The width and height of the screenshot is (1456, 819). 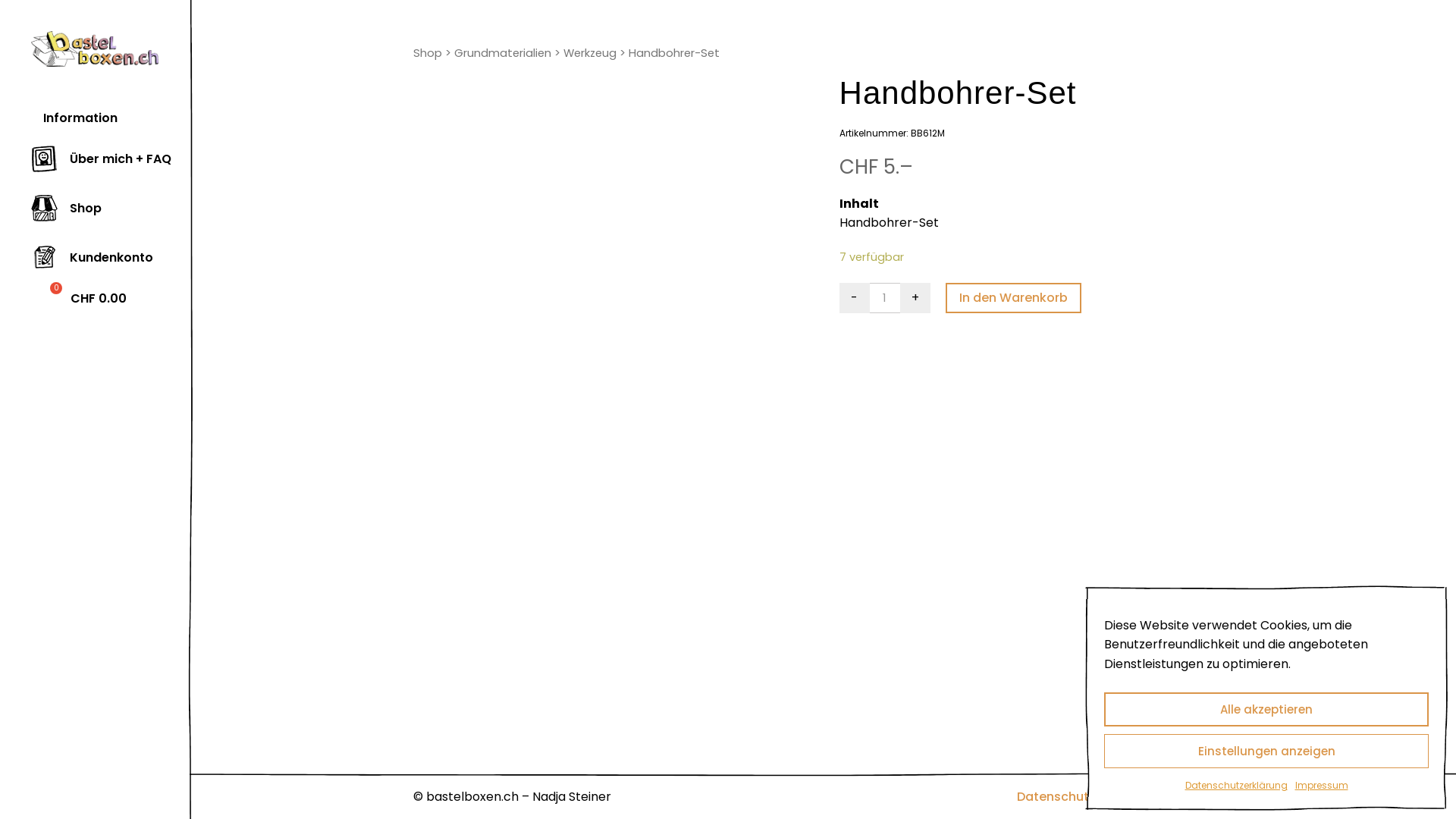 What do you see at coordinates (65, 209) in the screenshot?
I see `'Shop'` at bounding box center [65, 209].